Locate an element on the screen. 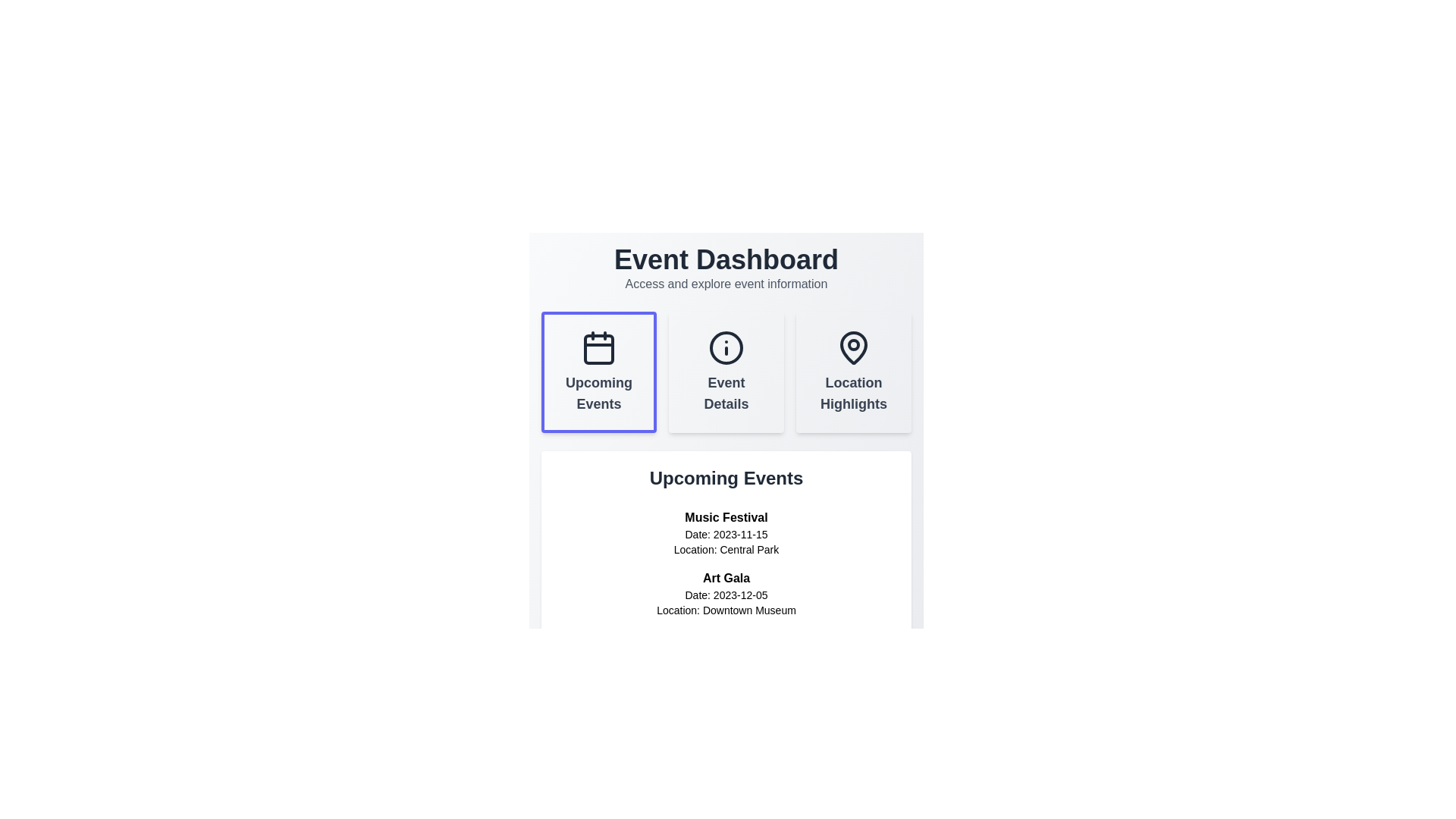 This screenshot has width=1456, height=819. the navigational button located in the middle of the first row, between 'Upcoming Events' and 'Location Highlights' is located at coordinates (726, 372).